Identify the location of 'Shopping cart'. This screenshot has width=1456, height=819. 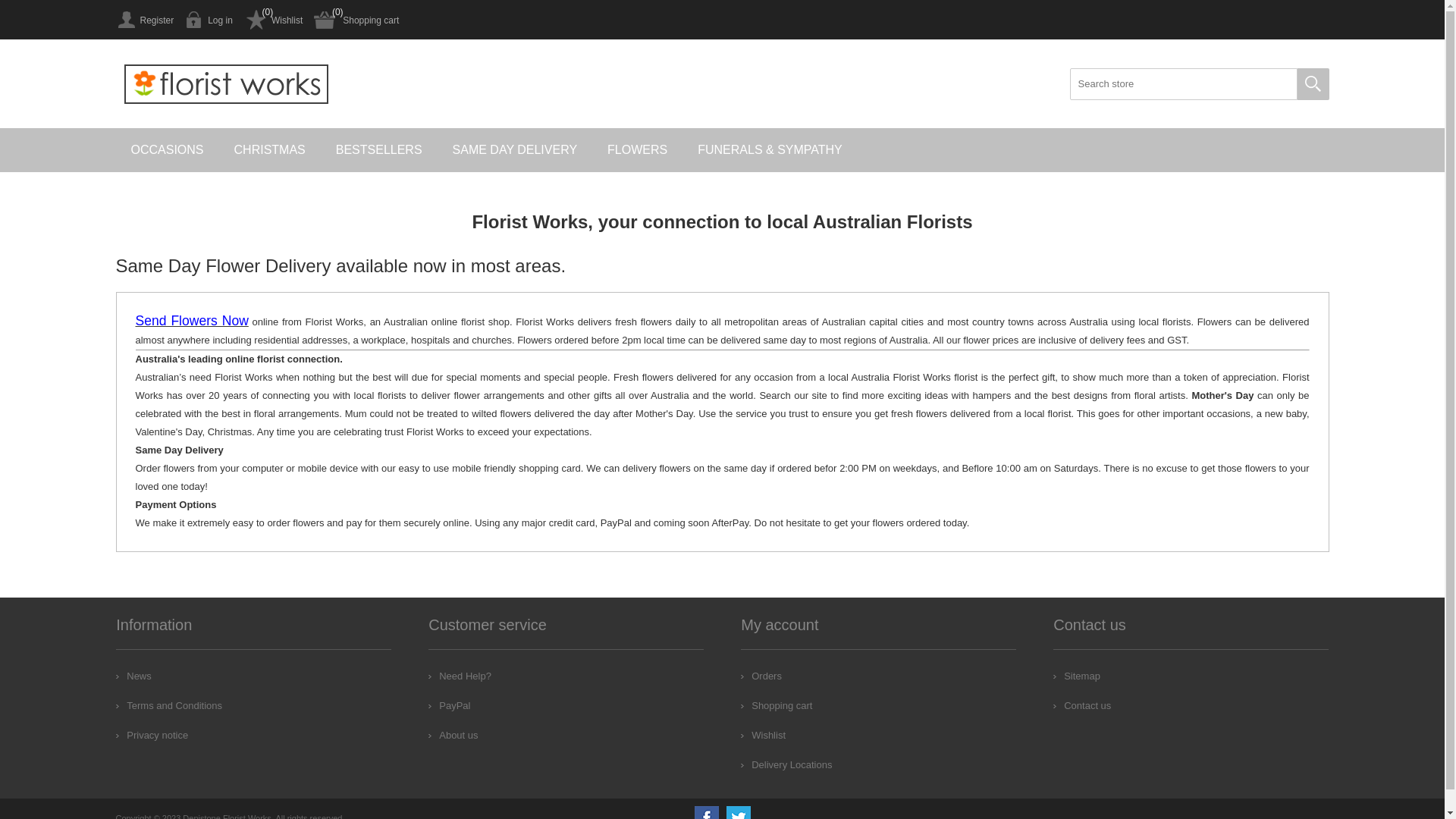
(356, 20).